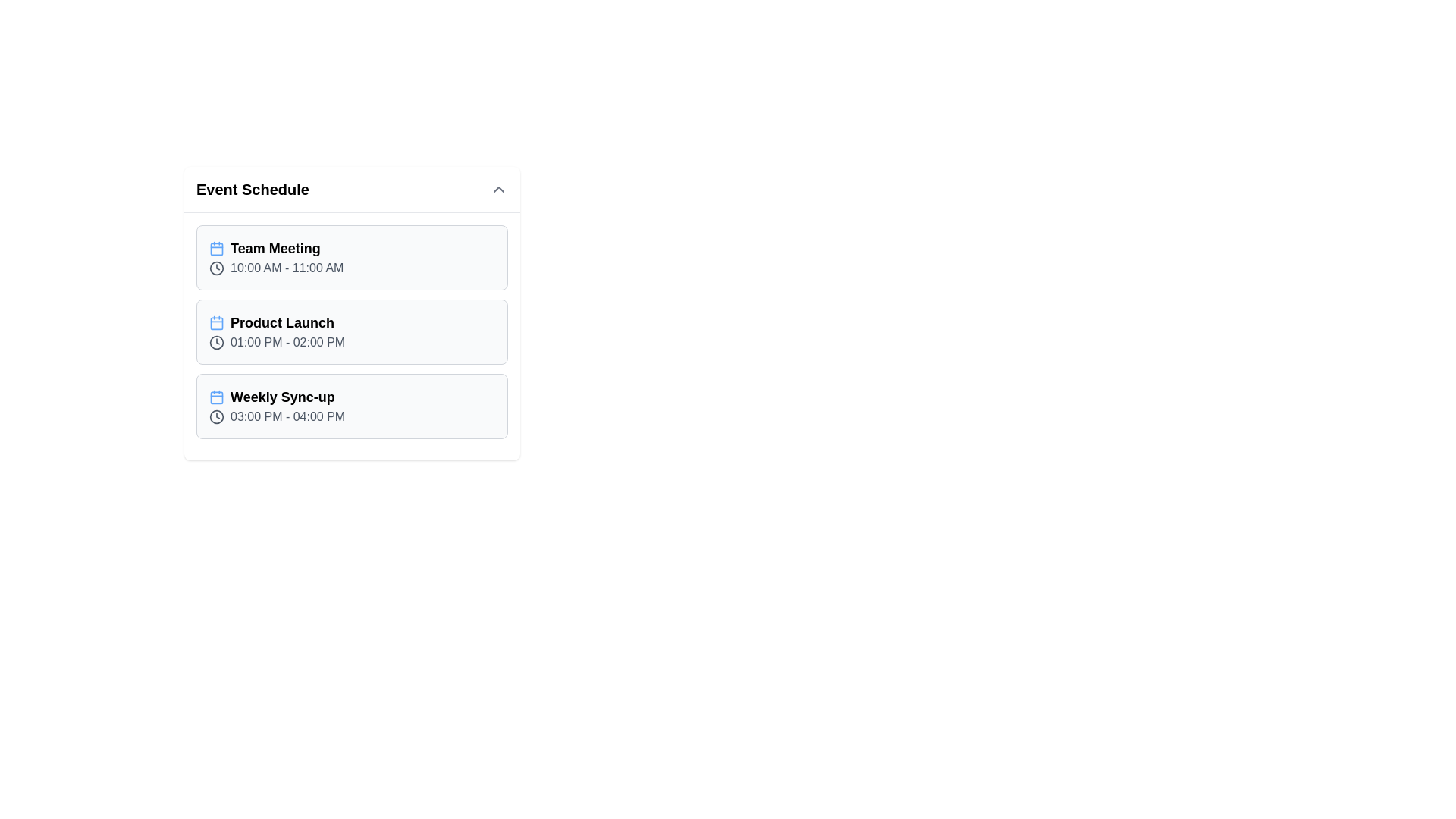 The image size is (1456, 819). Describe the element at coordinates (216, 322) in the screenshot. I see `the rectangular component with rounded corners located at the center of the calendar icon for the 'Product Launch' event in the 'Event Schedule' list` at that location.